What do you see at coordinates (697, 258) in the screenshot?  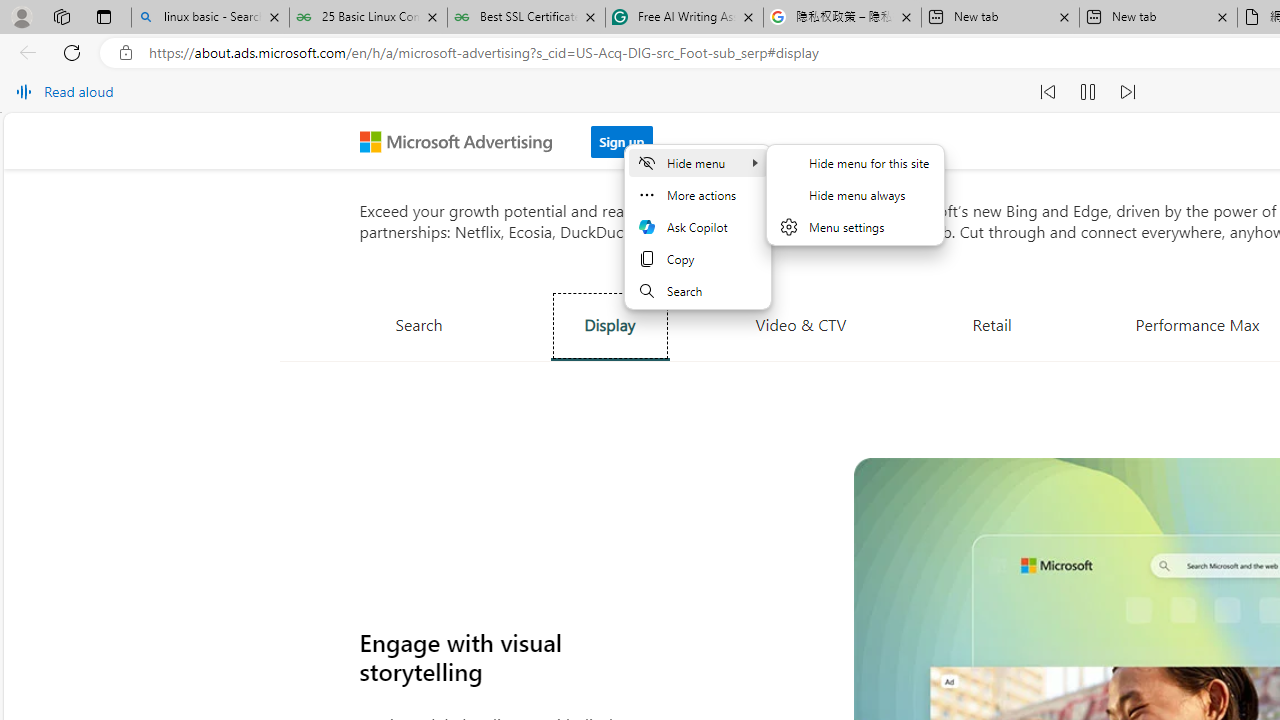 I see `'Copy'` at bounding box center [697, 258].